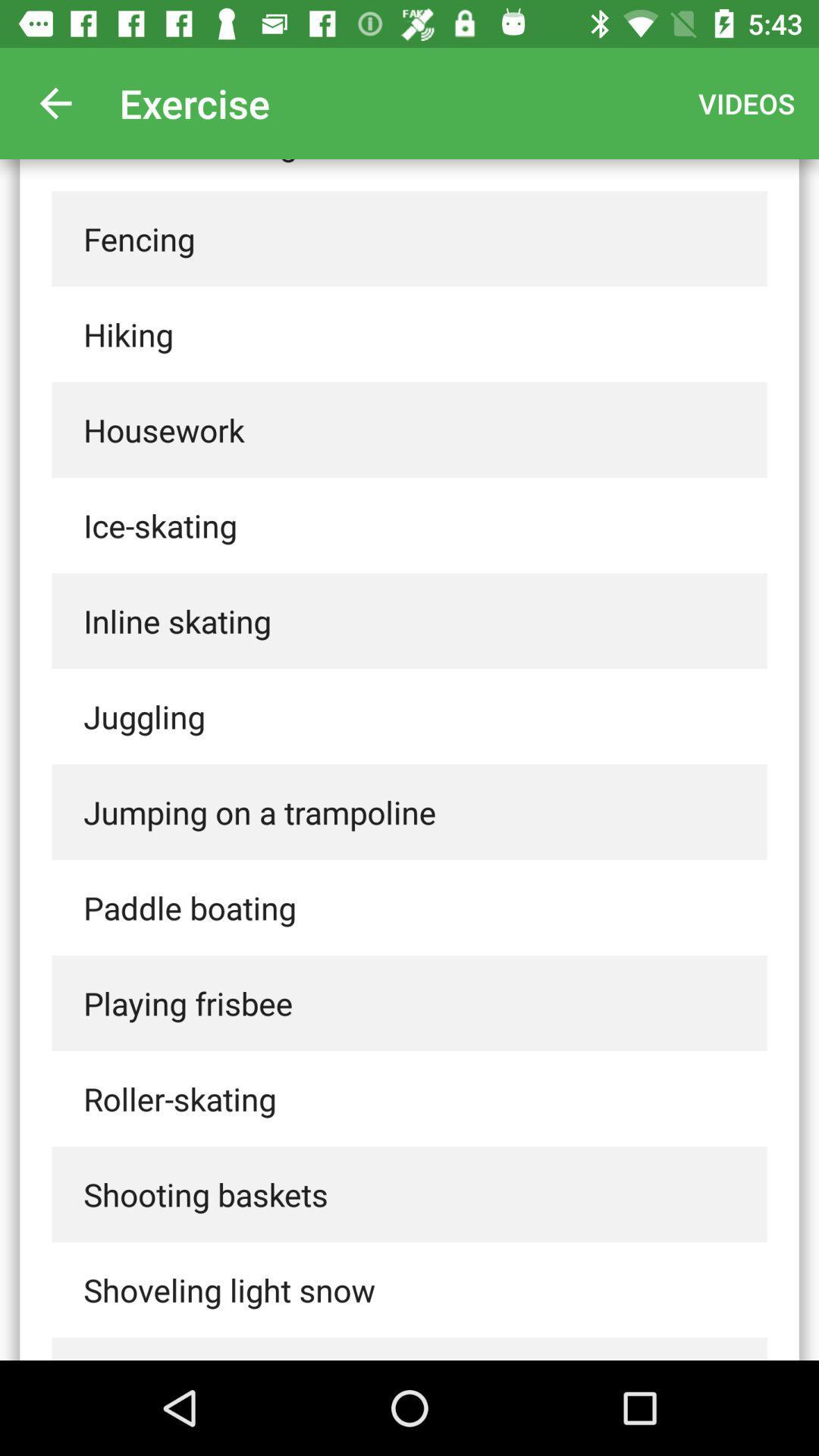  I want to click on app next to exercise icon, so click(55, 102).